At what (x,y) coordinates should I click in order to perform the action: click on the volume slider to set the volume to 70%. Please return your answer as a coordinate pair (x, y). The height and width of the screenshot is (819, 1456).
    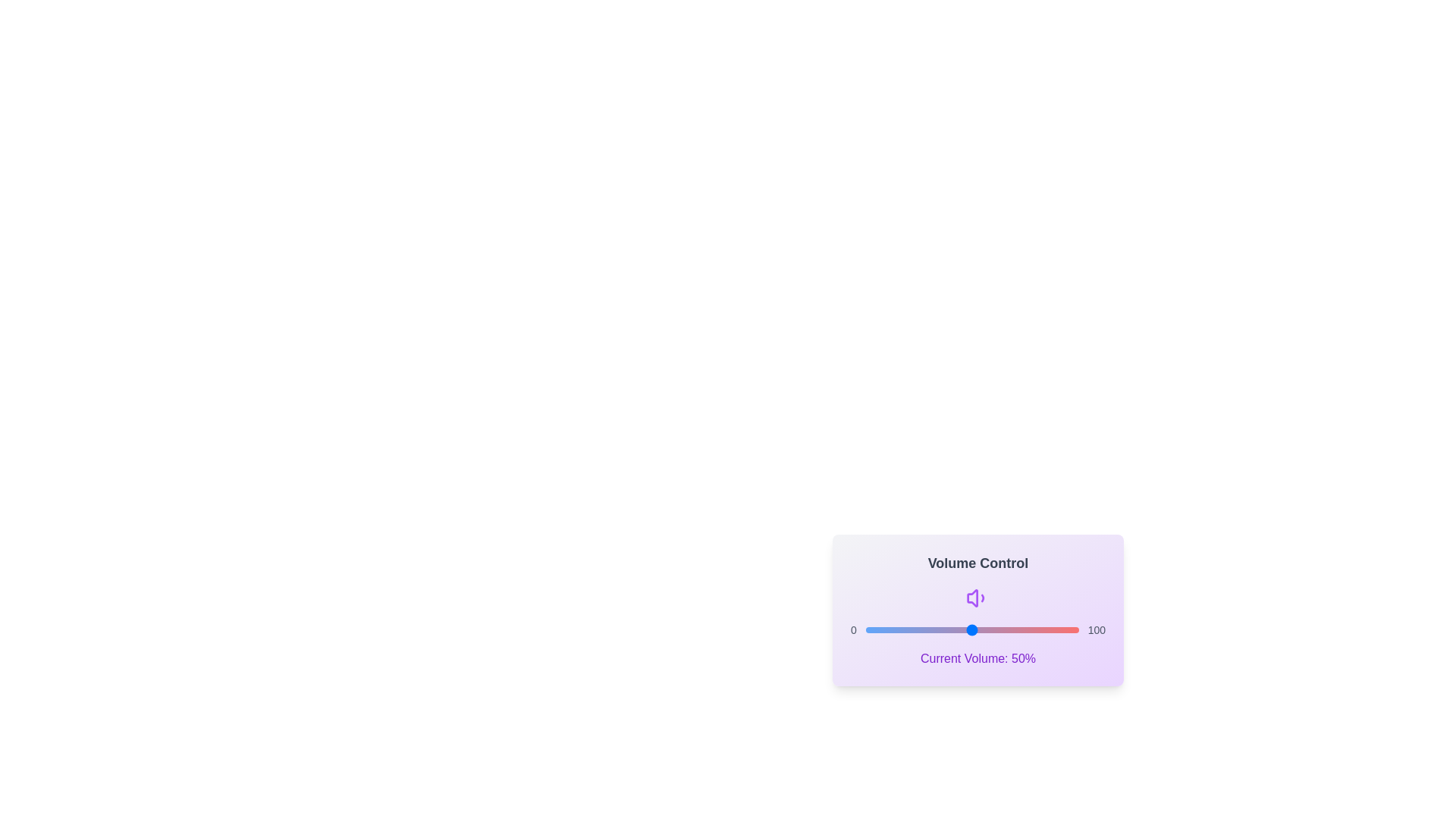
    Looking at the image, I should click on (1015, 629).